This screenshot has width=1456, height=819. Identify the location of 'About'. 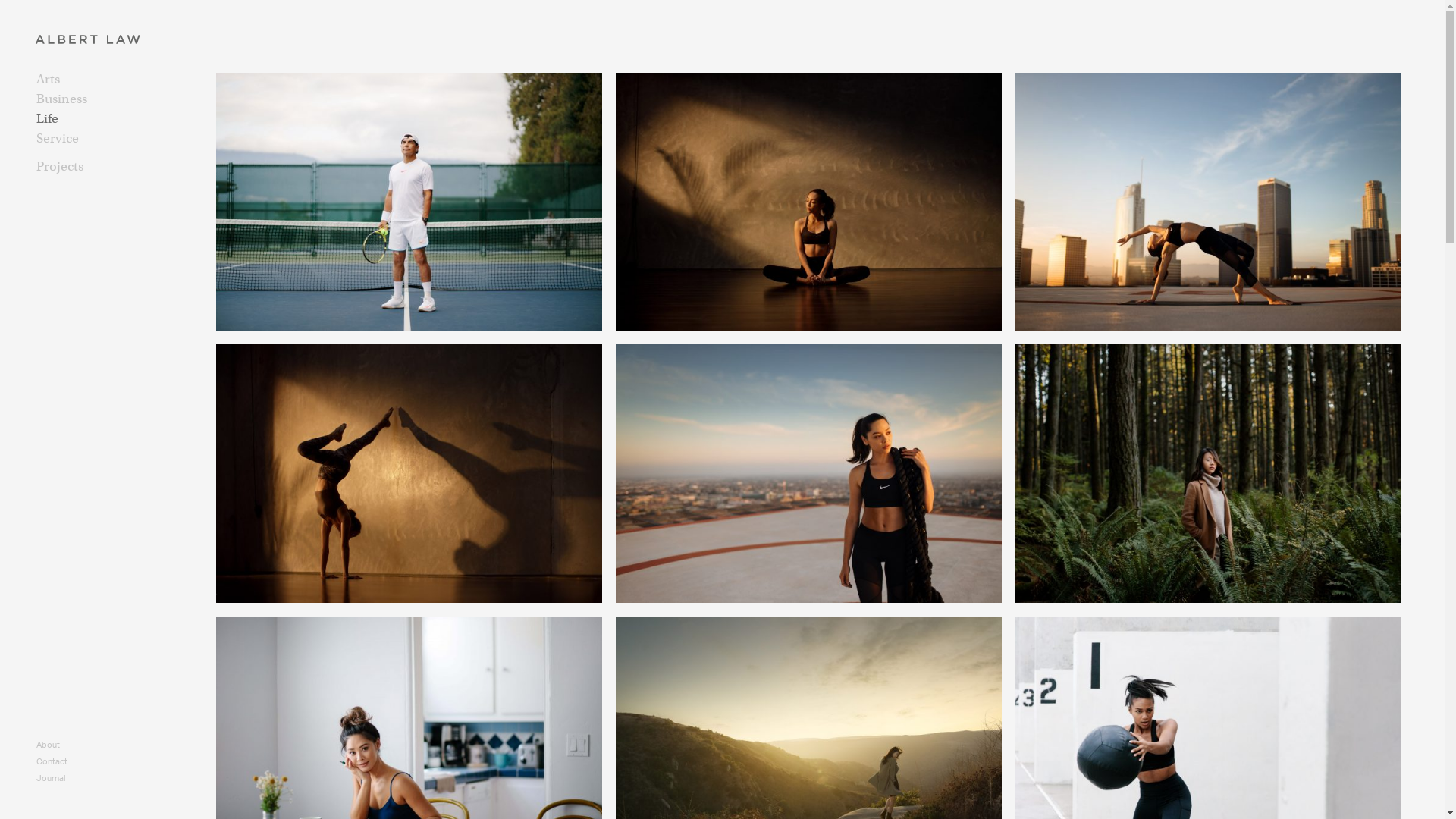
(48, 744).